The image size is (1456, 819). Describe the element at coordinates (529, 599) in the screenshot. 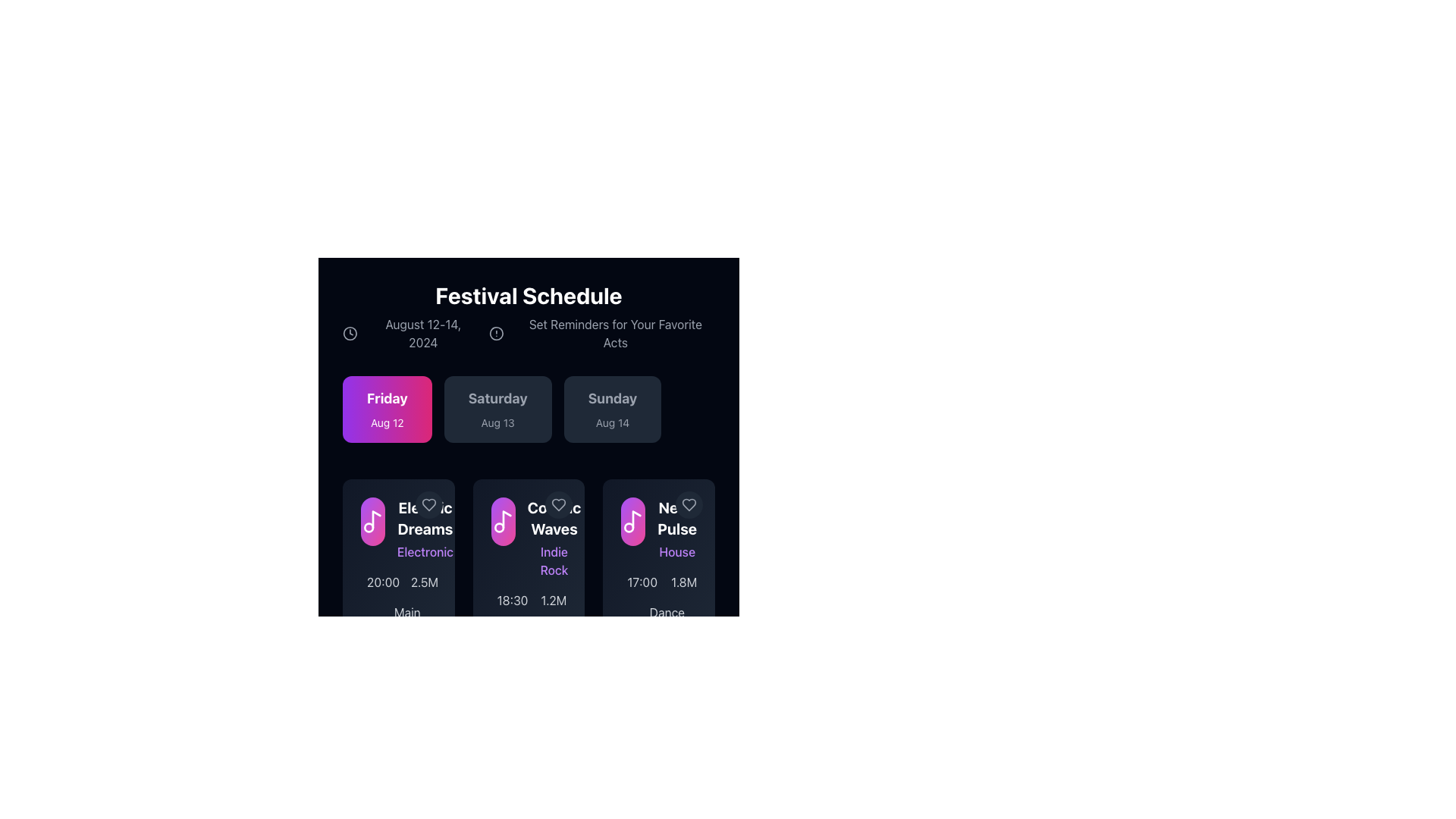

I see `Informational display block showing the time '18:30' and the metric '1.2M' for the event 'Cosmic Waves', located below 'Indie Rock' and above 'Sunset Stage'` at that location.